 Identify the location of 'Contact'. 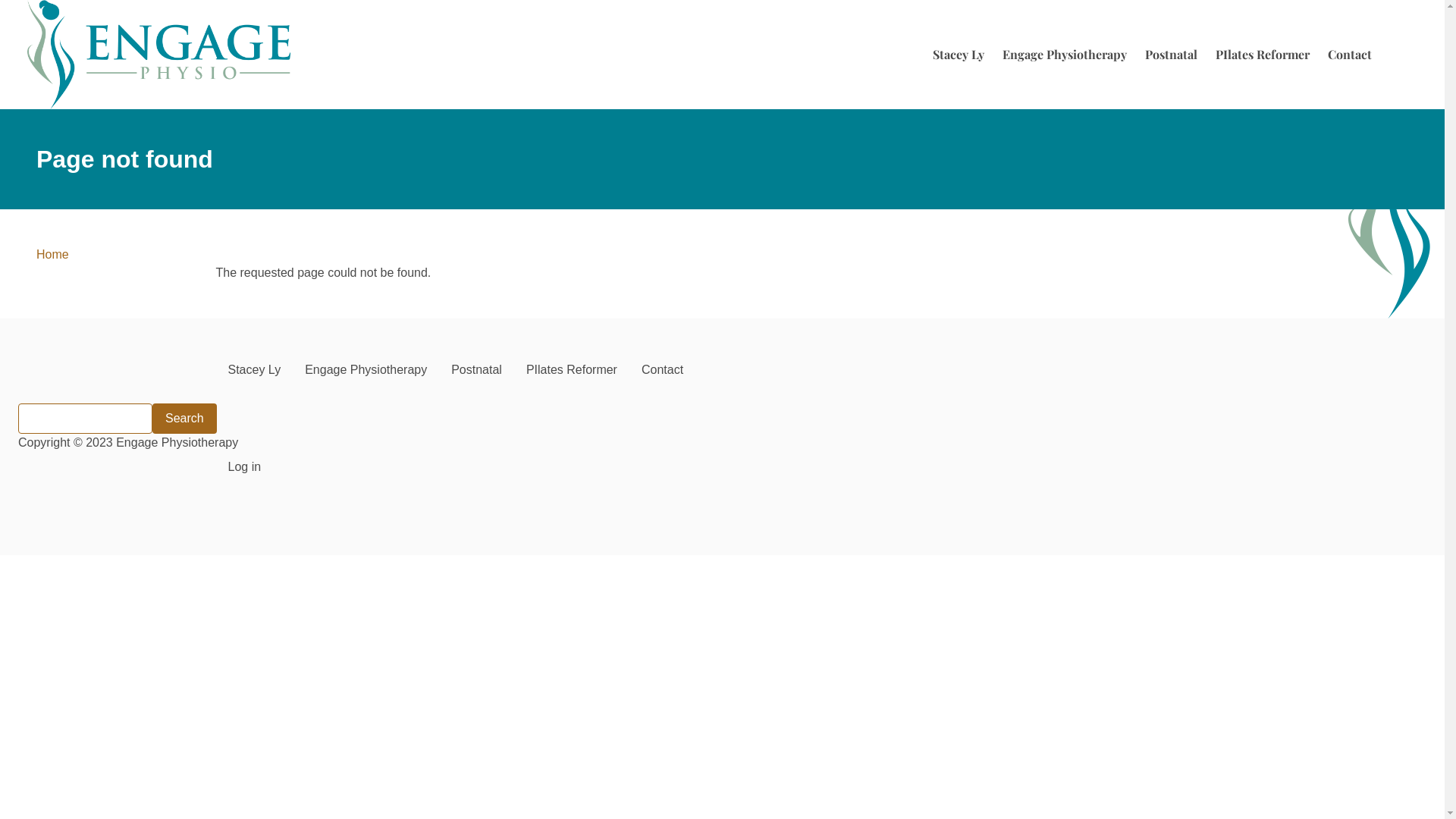
(662, 370).